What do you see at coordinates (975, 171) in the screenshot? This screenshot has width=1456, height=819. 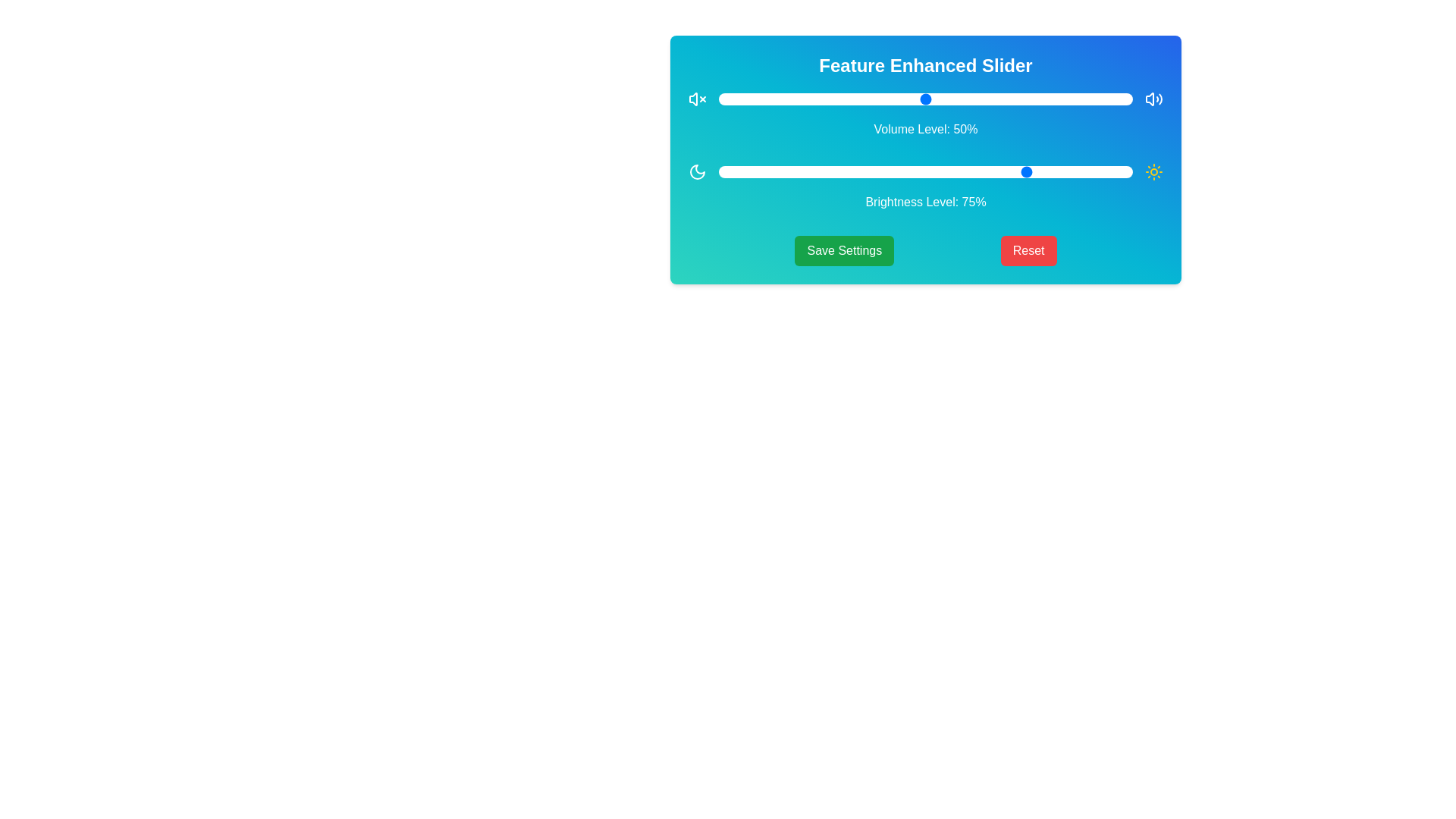 I see `brightness` at bounding box center [975, 171].